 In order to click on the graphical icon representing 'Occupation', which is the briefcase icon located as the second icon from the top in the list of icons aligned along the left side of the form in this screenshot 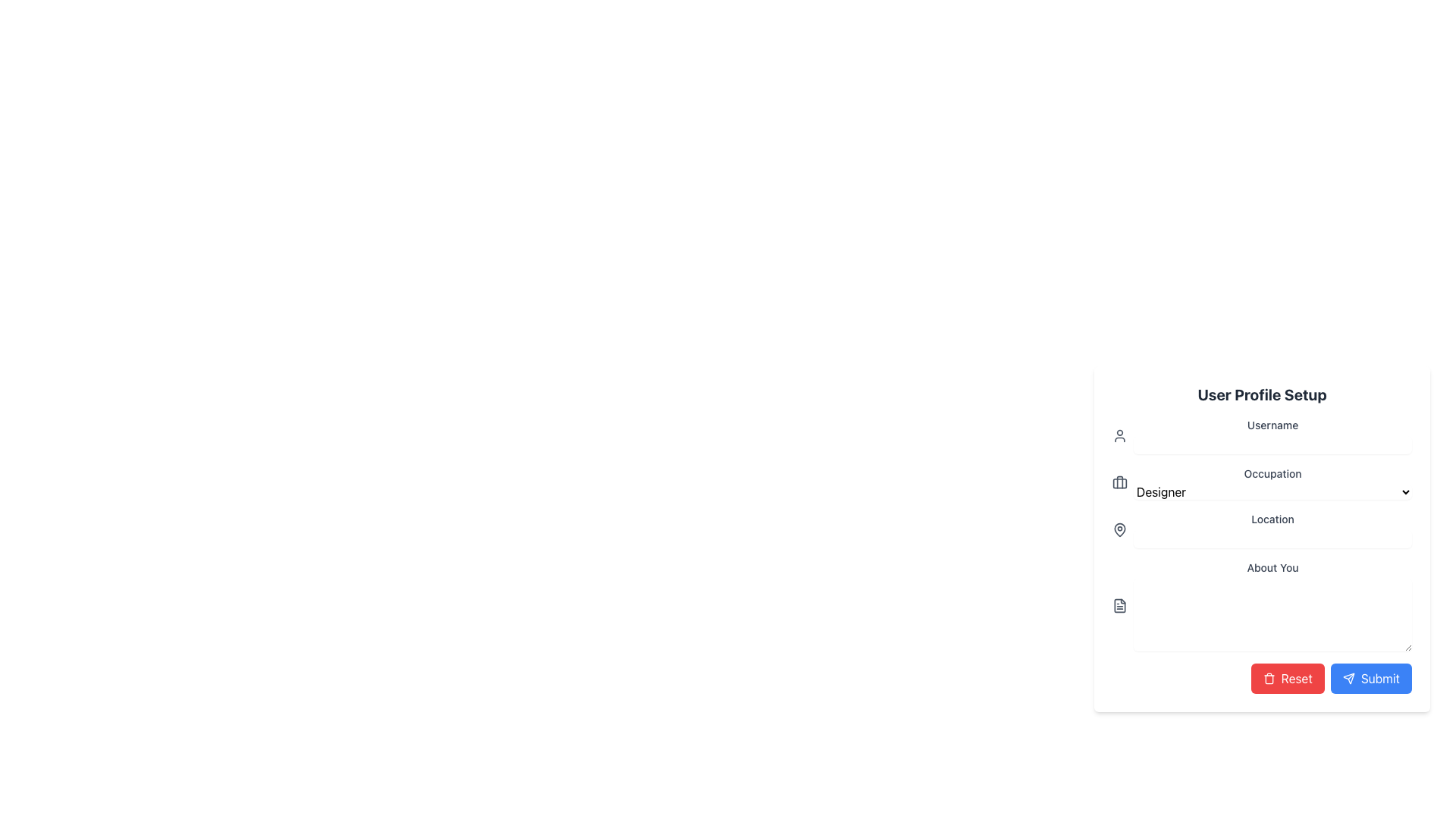, I will do `click(1120, 482)`.